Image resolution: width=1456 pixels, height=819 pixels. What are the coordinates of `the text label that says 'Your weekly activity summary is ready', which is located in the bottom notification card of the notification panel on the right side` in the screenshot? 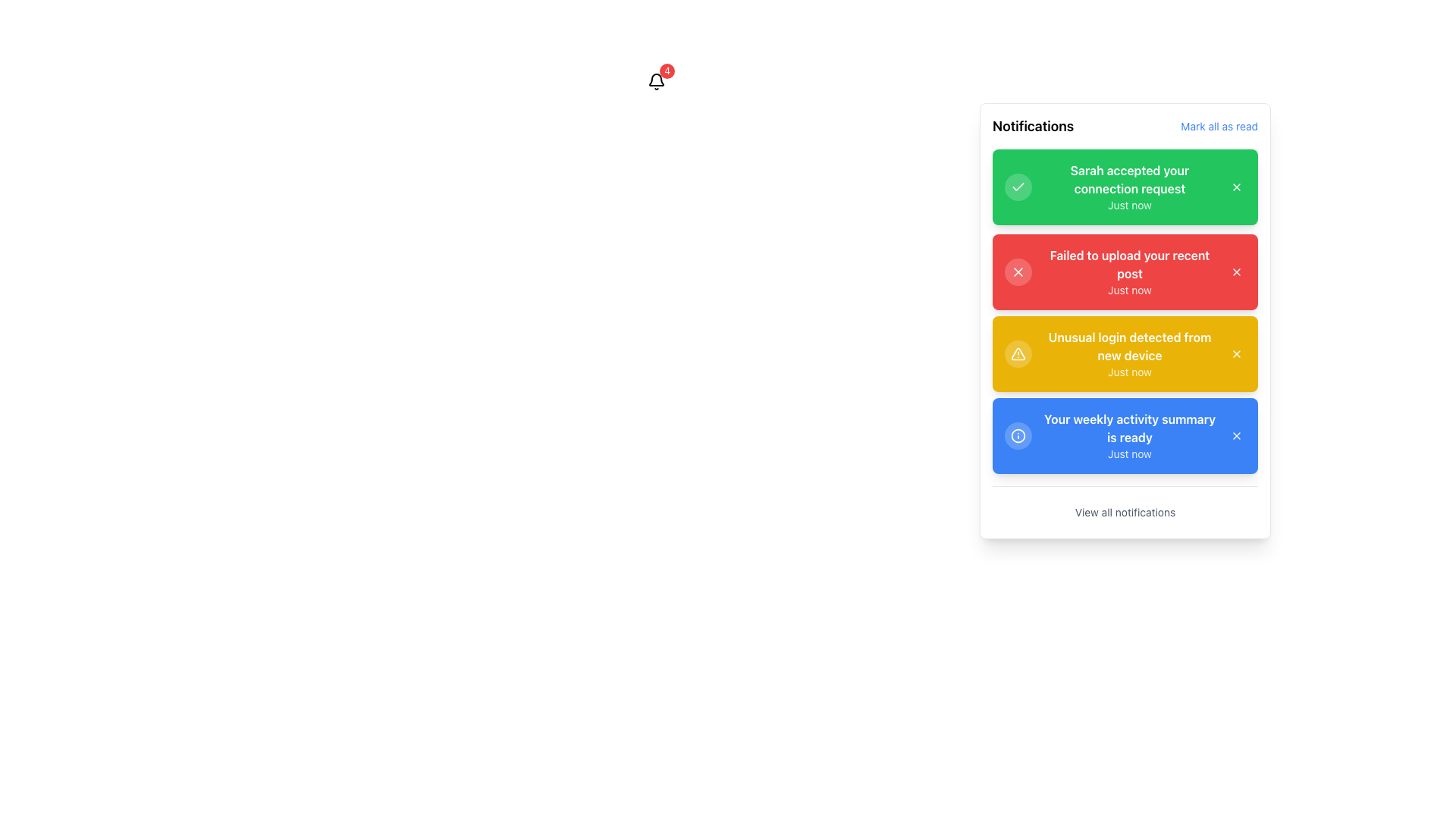 It's located at (1129, 428).